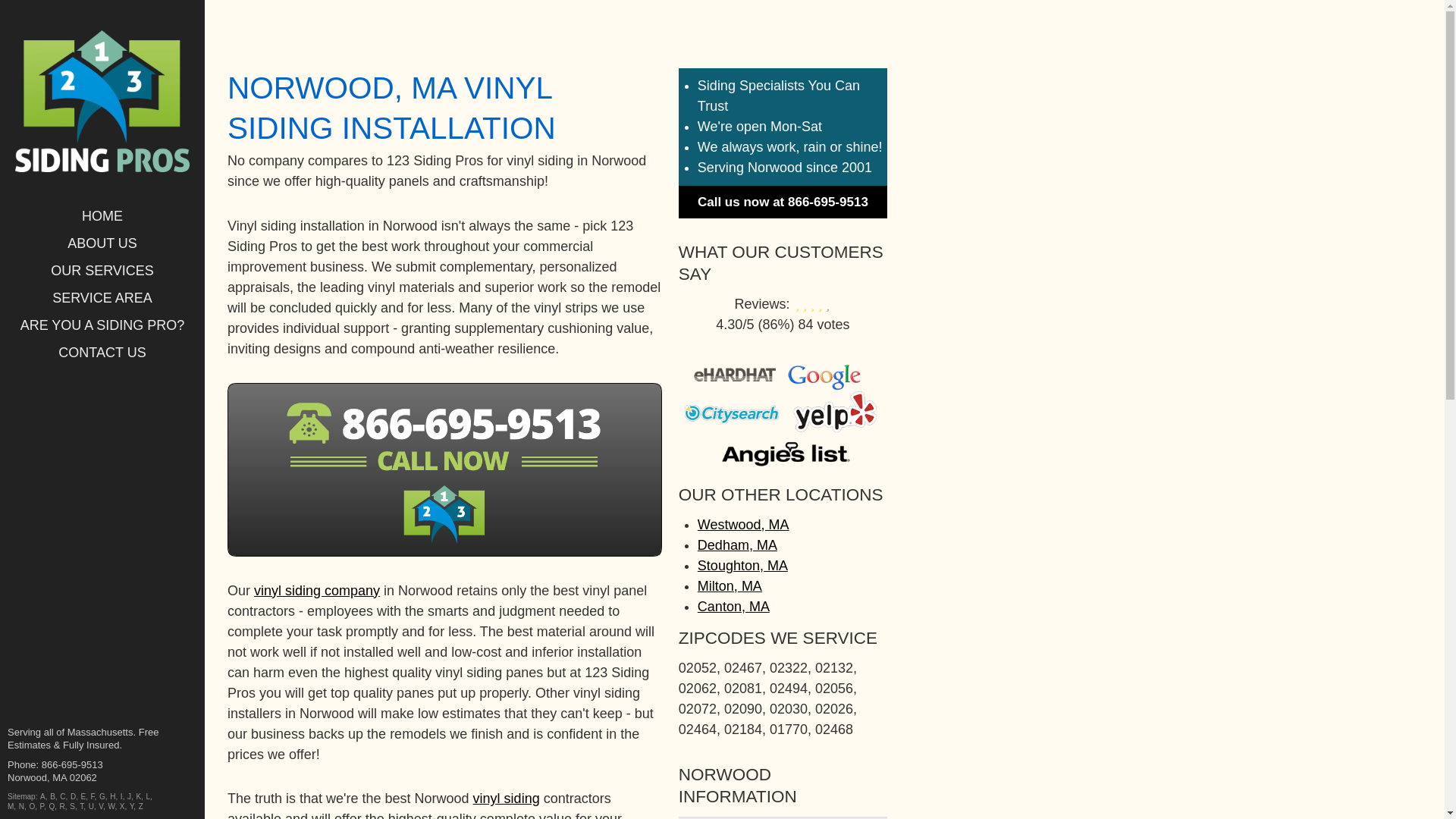 The height and width of the screenshot is (819, 1456). What do you see at coordinates (110, 805) in the screenshot?
I see `'W'` at bounding box center [110, 805].